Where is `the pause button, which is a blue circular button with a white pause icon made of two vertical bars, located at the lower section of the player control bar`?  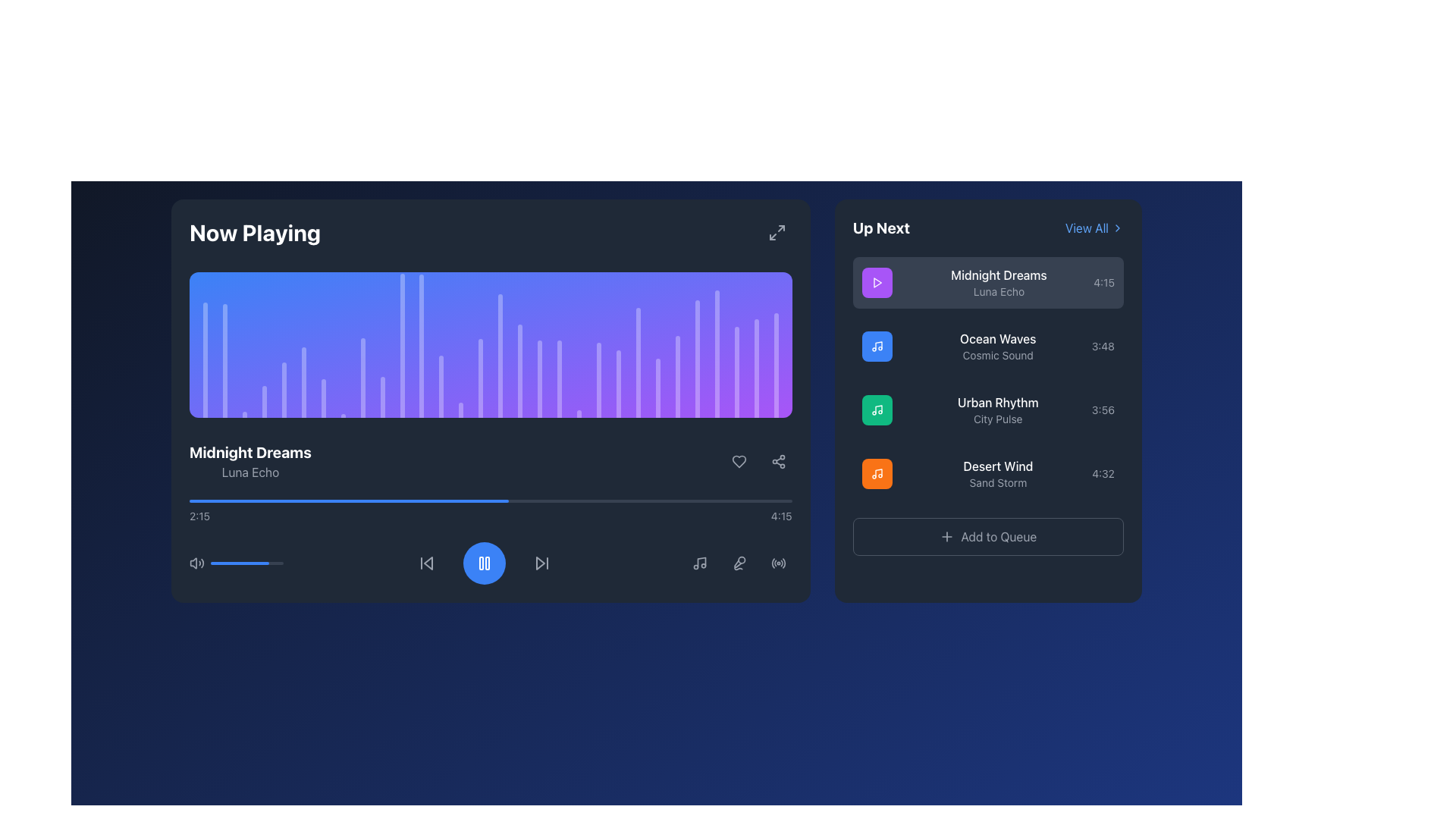
the pause button, which is a blue circular button with a white pause icon made of two vertical bars, located at the lower section of the player control bar is located at coordinates (484, 563).